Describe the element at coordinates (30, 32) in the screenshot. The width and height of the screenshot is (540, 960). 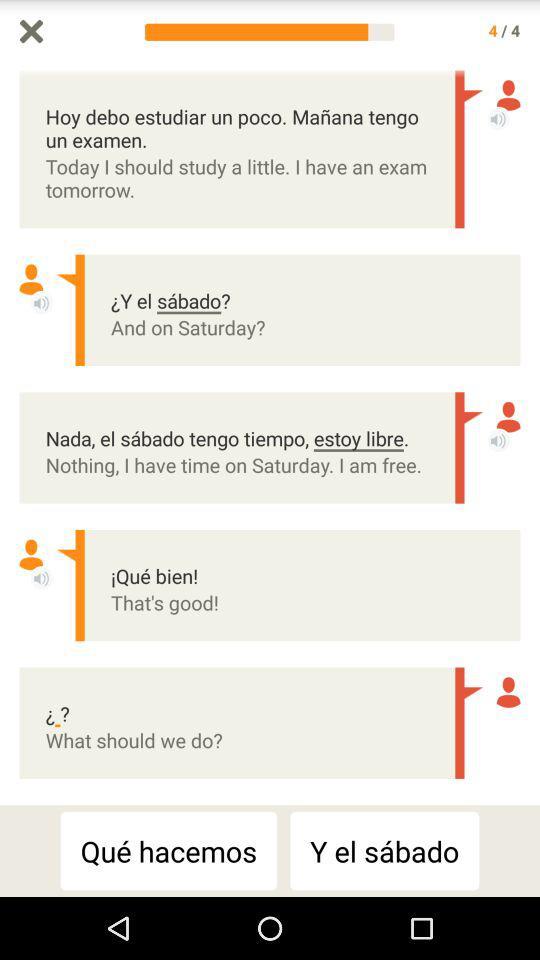
I see `the close icon` at that location.